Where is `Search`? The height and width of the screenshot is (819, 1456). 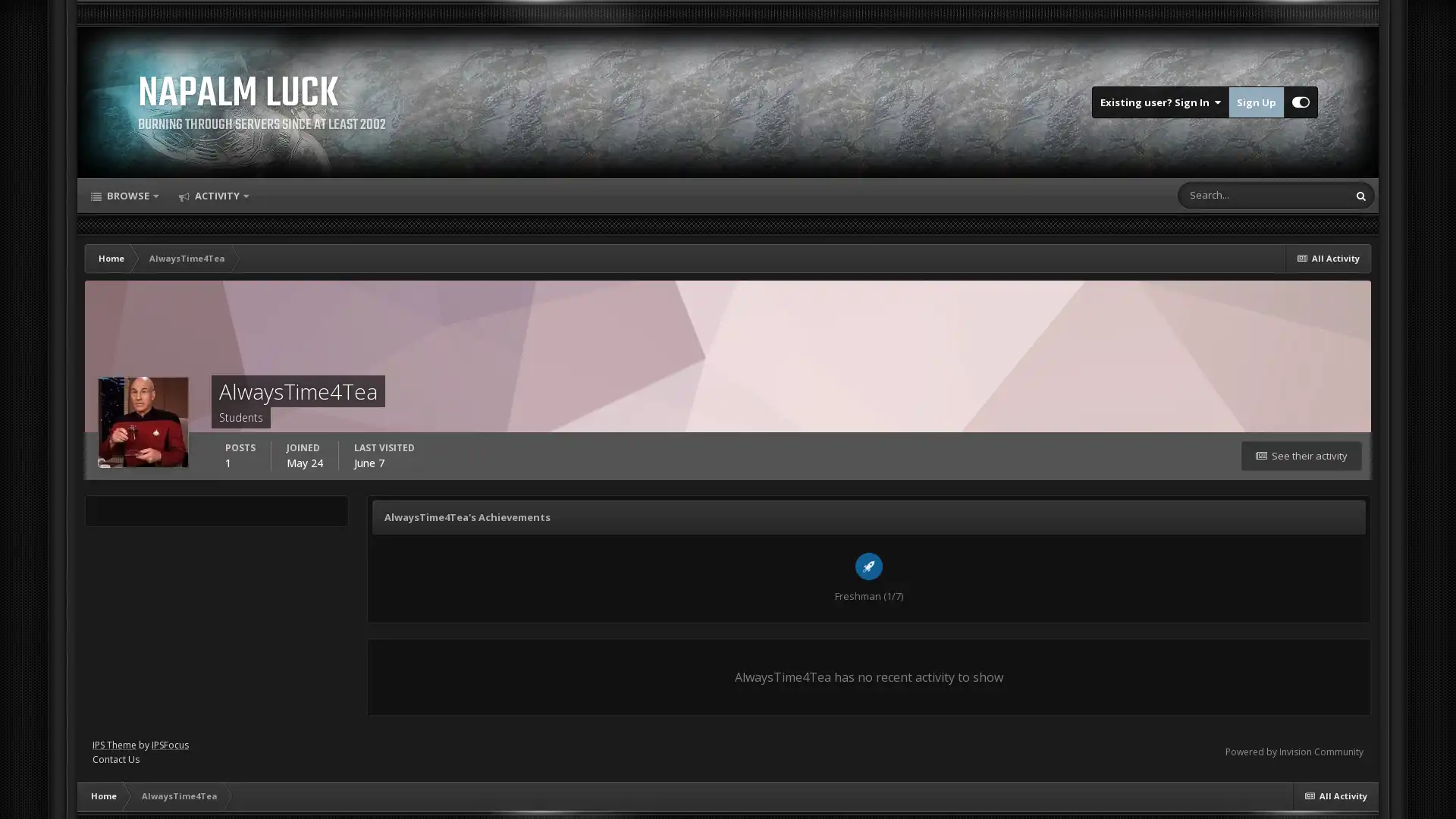
Search is located at coordinates (1361, 195).